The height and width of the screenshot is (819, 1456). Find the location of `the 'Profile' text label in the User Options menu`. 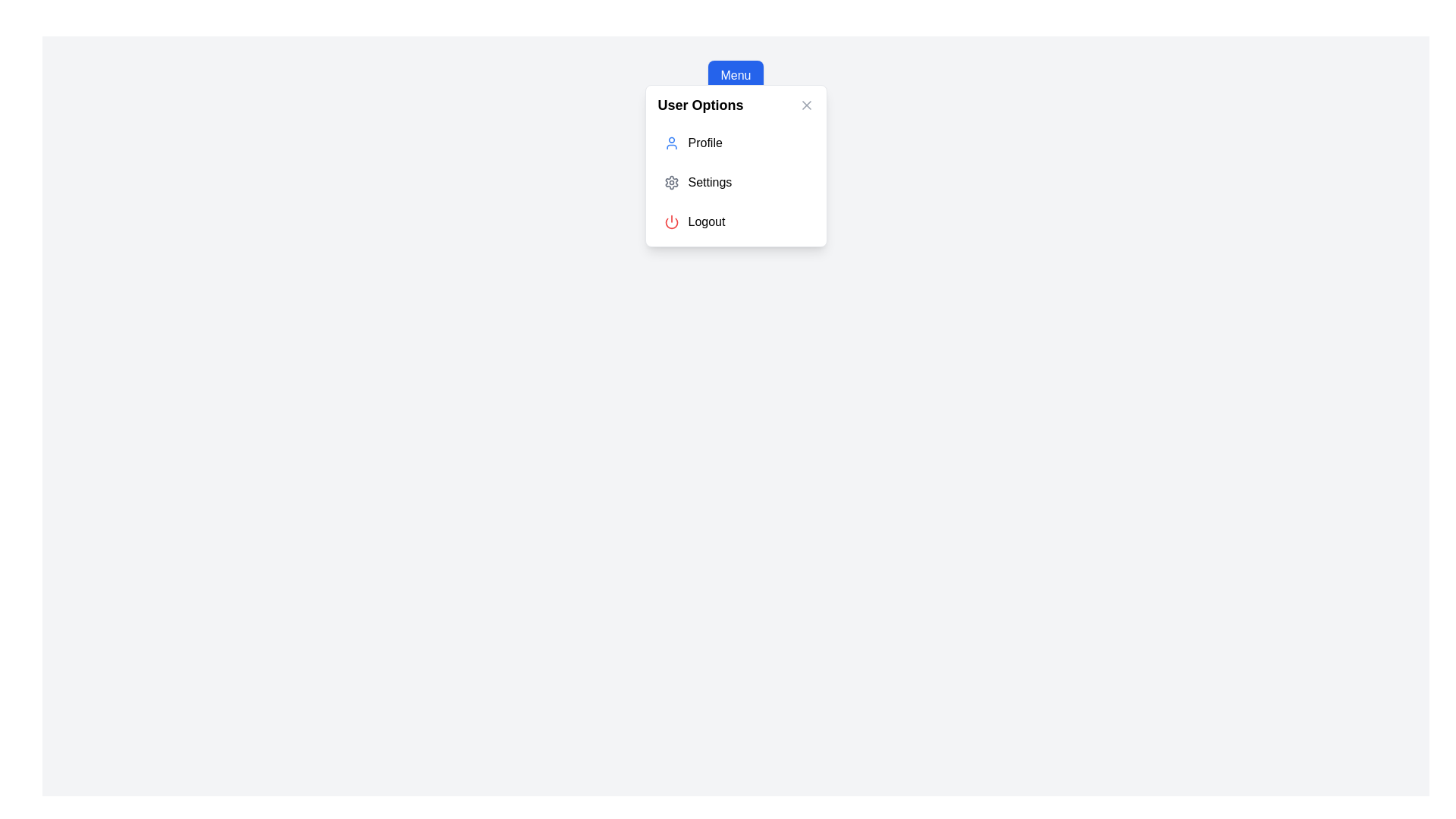

the 'Profile' text label in the User Options menu is located at coordinates (704, 143).